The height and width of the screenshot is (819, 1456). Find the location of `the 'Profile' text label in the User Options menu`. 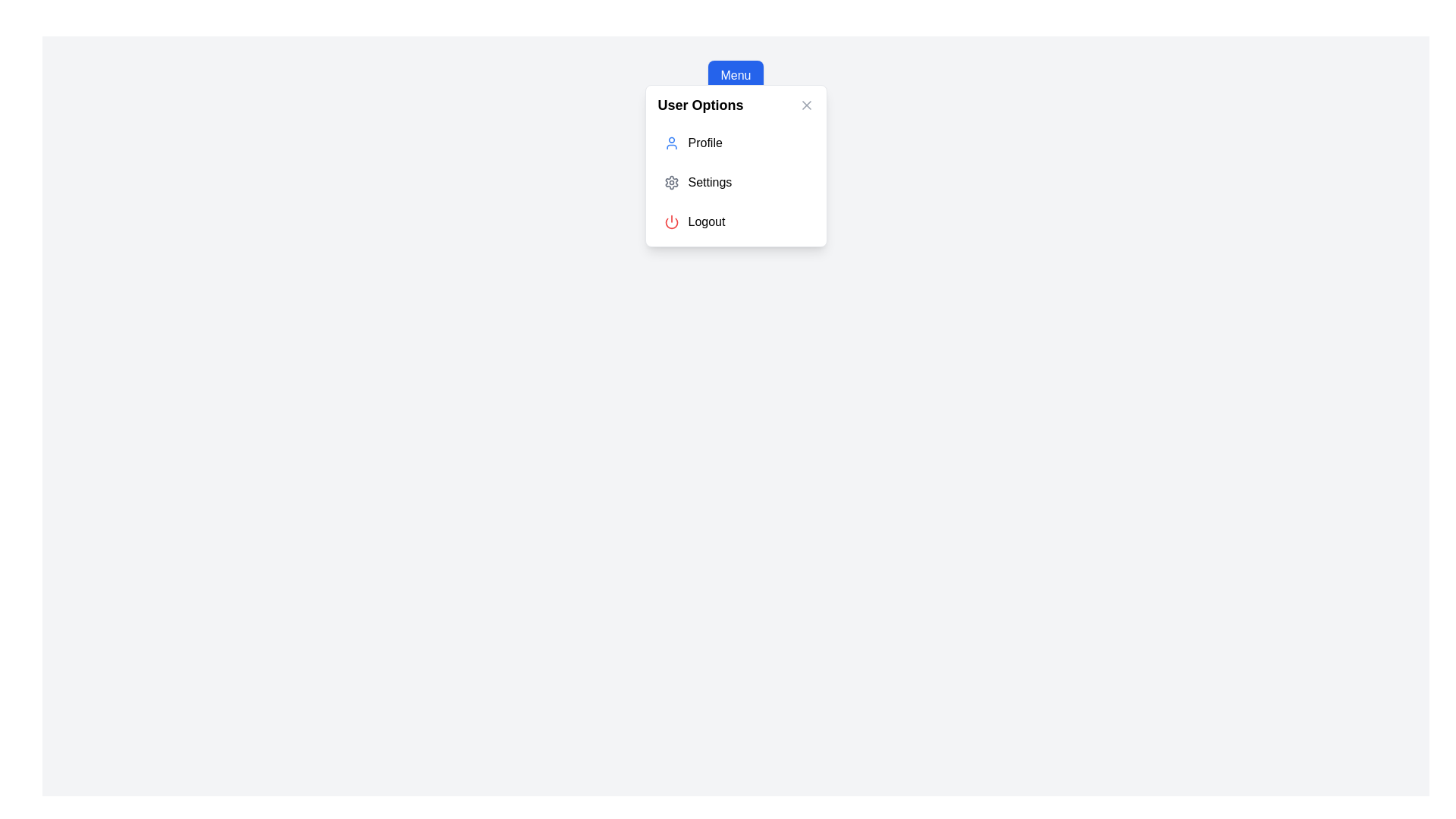

the 'Profile' text label in the User Options menu is located at coordinates (704, 143).